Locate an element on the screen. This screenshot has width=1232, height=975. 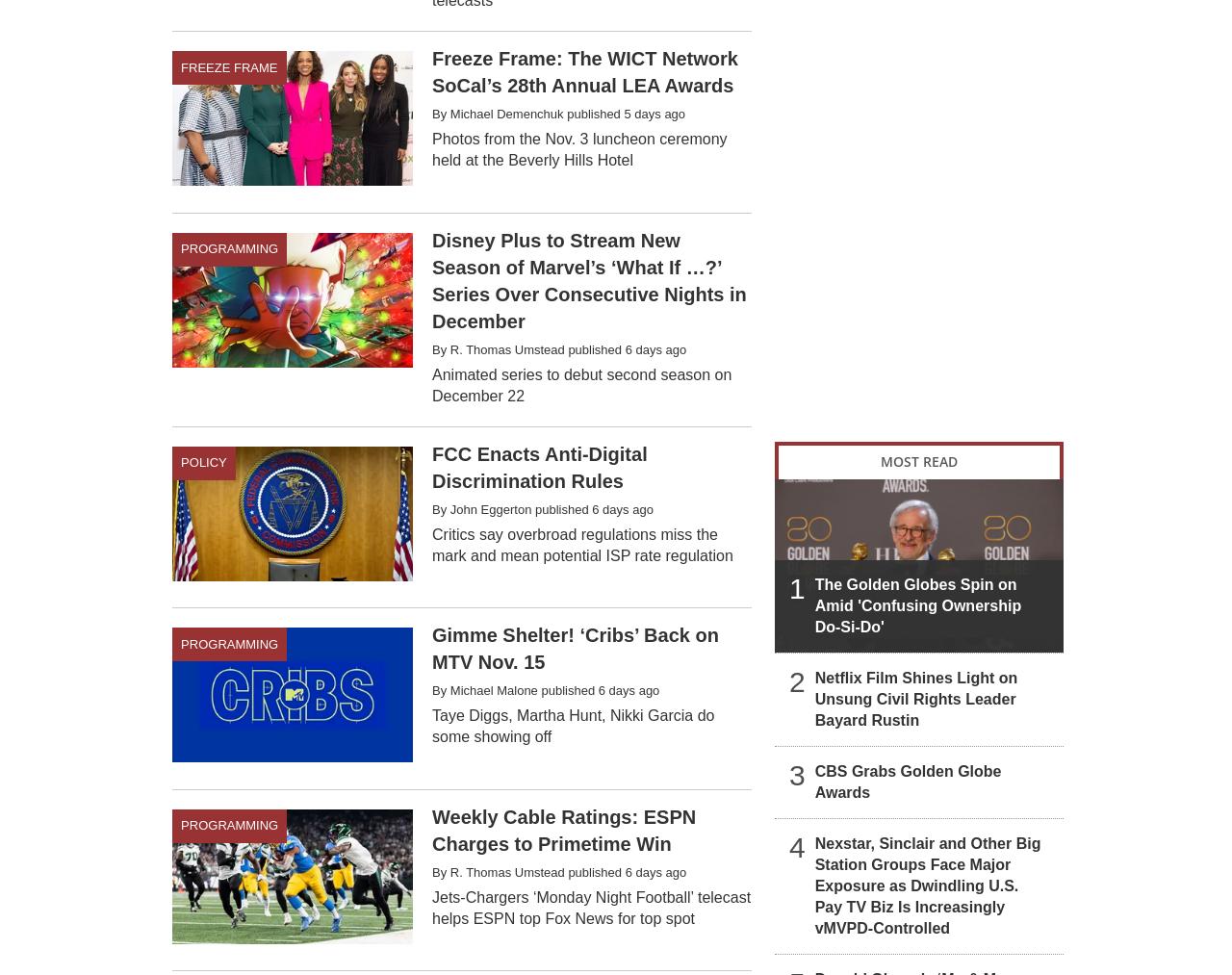
'1' is located at coordinates (788, 586).